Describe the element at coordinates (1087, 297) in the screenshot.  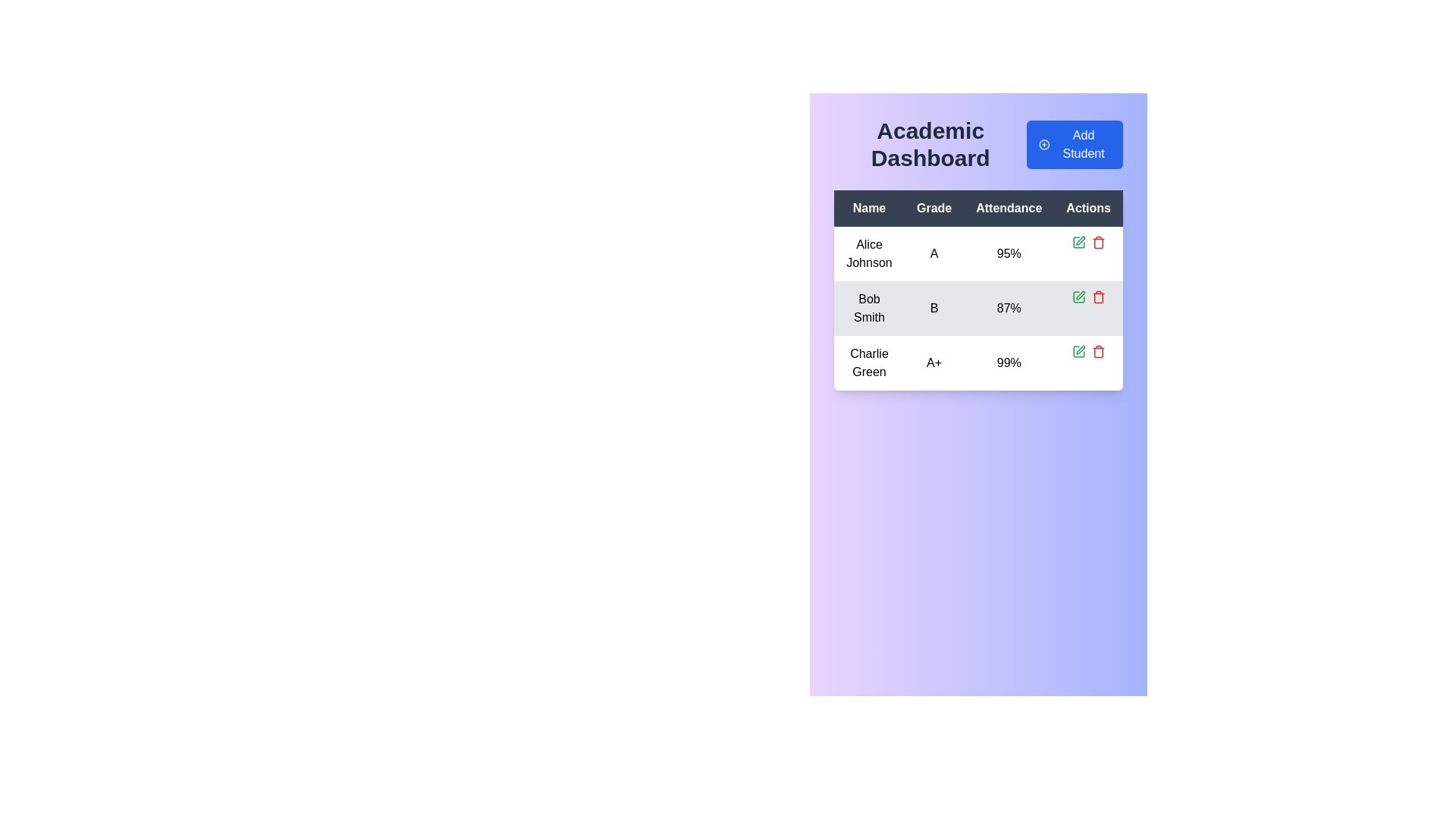
I see `the delete icon in the Actions column for the 'Bob Smith' entry in the table, which is located at the fourth column` at that location.